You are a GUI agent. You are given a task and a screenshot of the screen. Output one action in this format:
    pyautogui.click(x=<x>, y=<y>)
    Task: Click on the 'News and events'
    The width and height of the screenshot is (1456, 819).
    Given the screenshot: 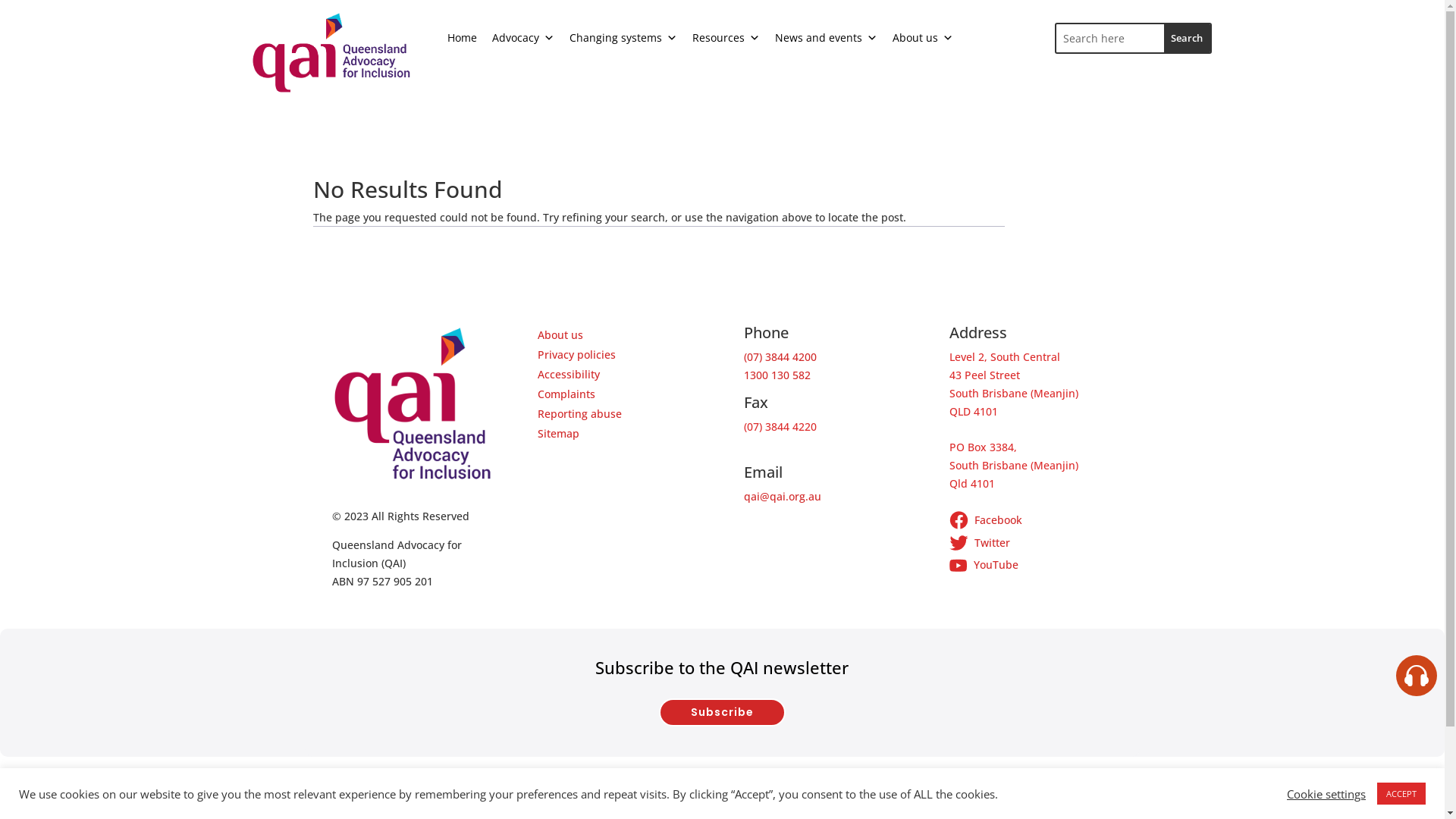 What is the action you would take?
    pyautogui.click(x=825, y=37)
    